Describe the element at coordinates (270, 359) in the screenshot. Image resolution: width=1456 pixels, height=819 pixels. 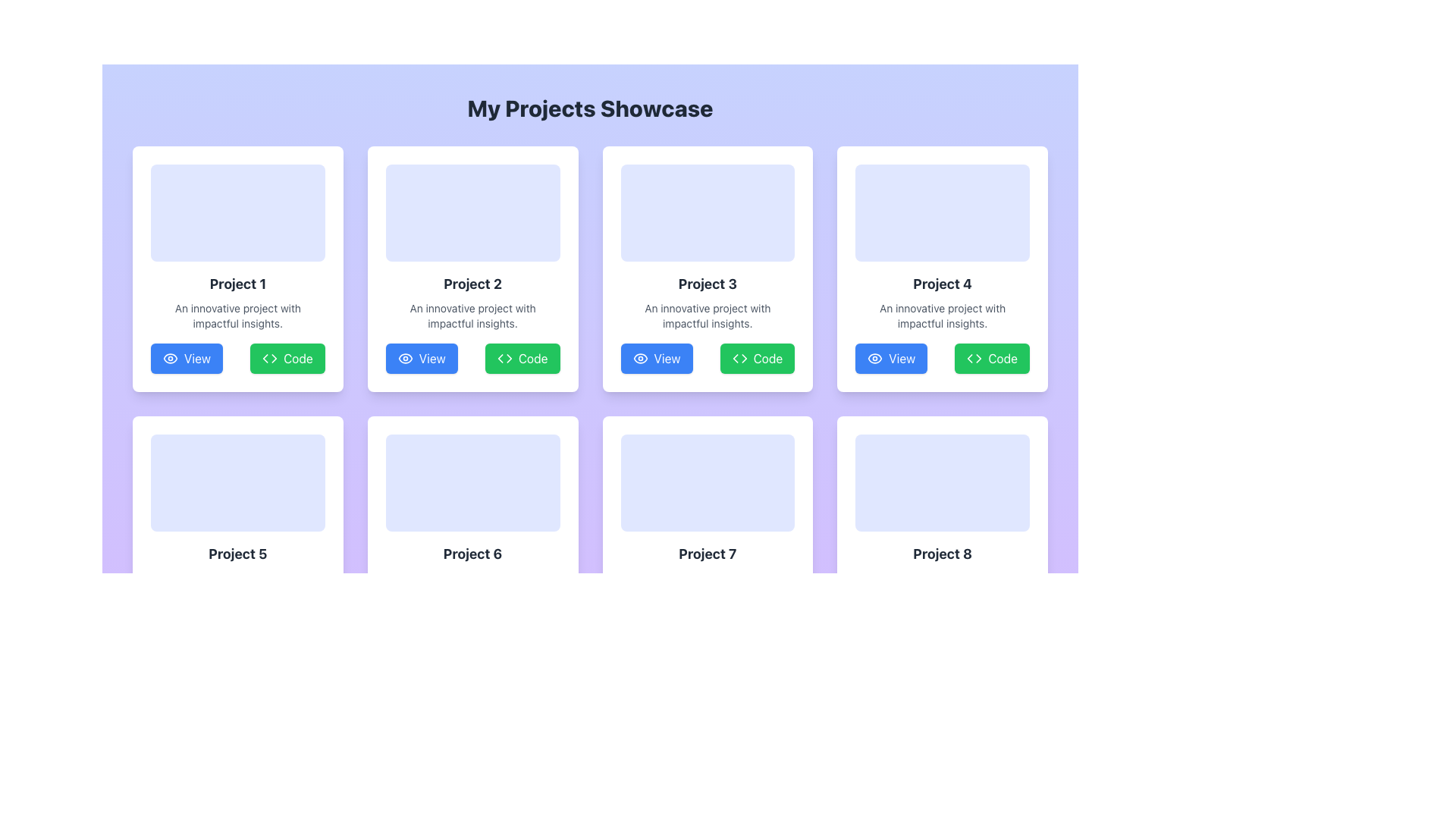
I see `the 'Code' button located at the bottom of the first project card` at that location.